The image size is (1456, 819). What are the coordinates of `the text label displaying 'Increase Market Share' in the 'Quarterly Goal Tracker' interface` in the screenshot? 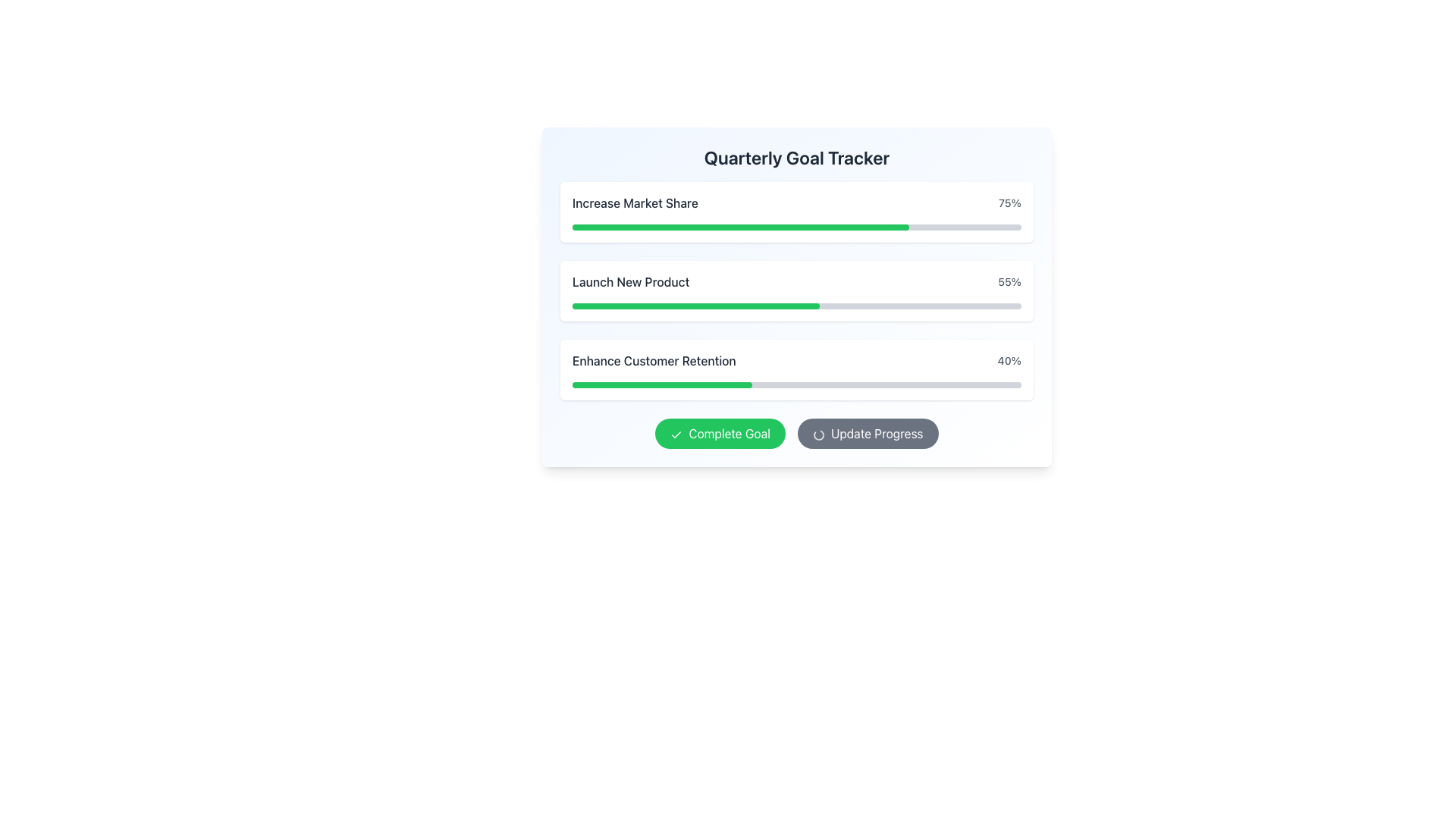 It's located at (635, 202).